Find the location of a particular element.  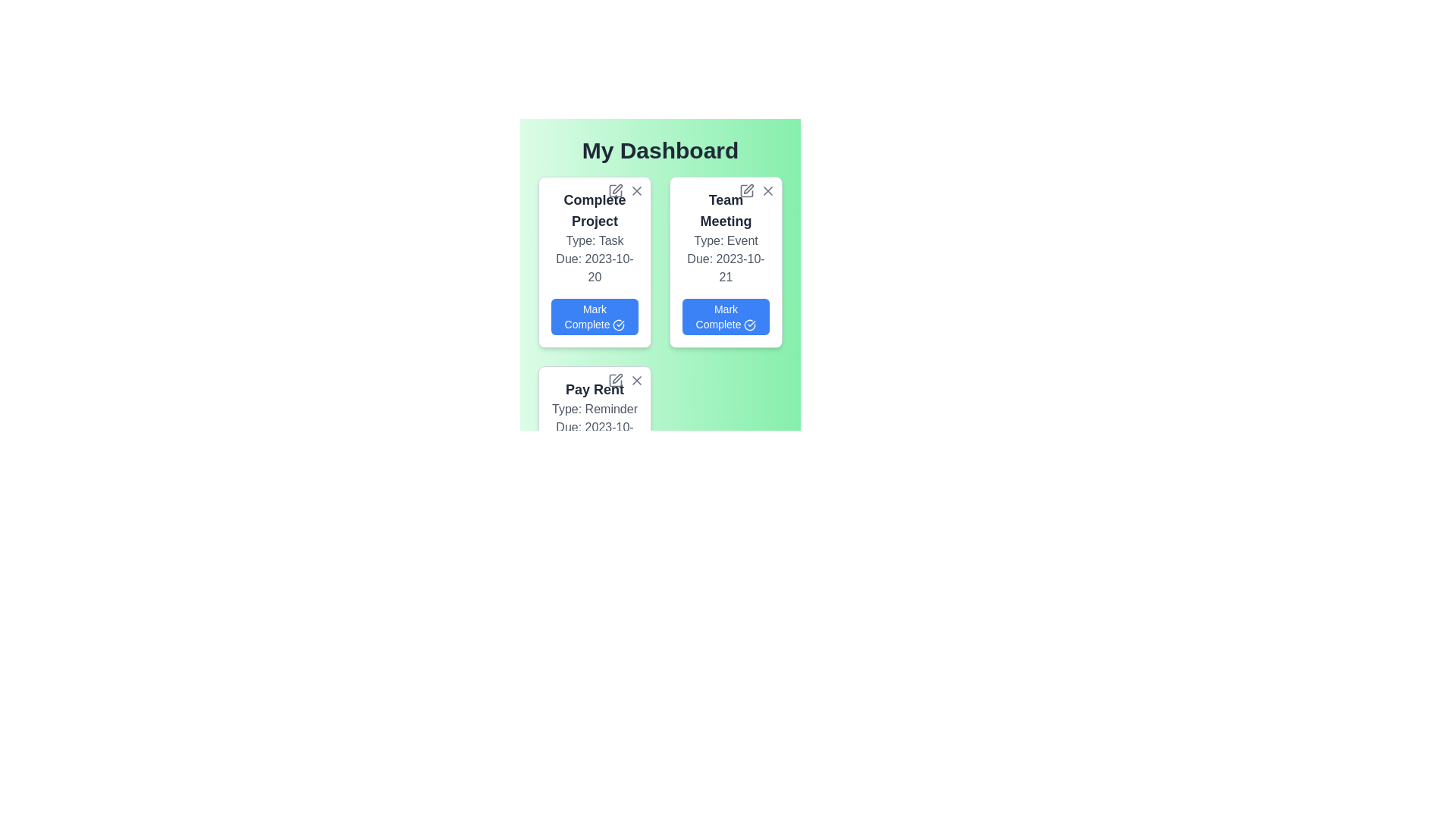

the text display element that indicates the classification of the task as 'Task', which is located beneath the title in the 'Complete Project' card is located at coordinates (594, 240).